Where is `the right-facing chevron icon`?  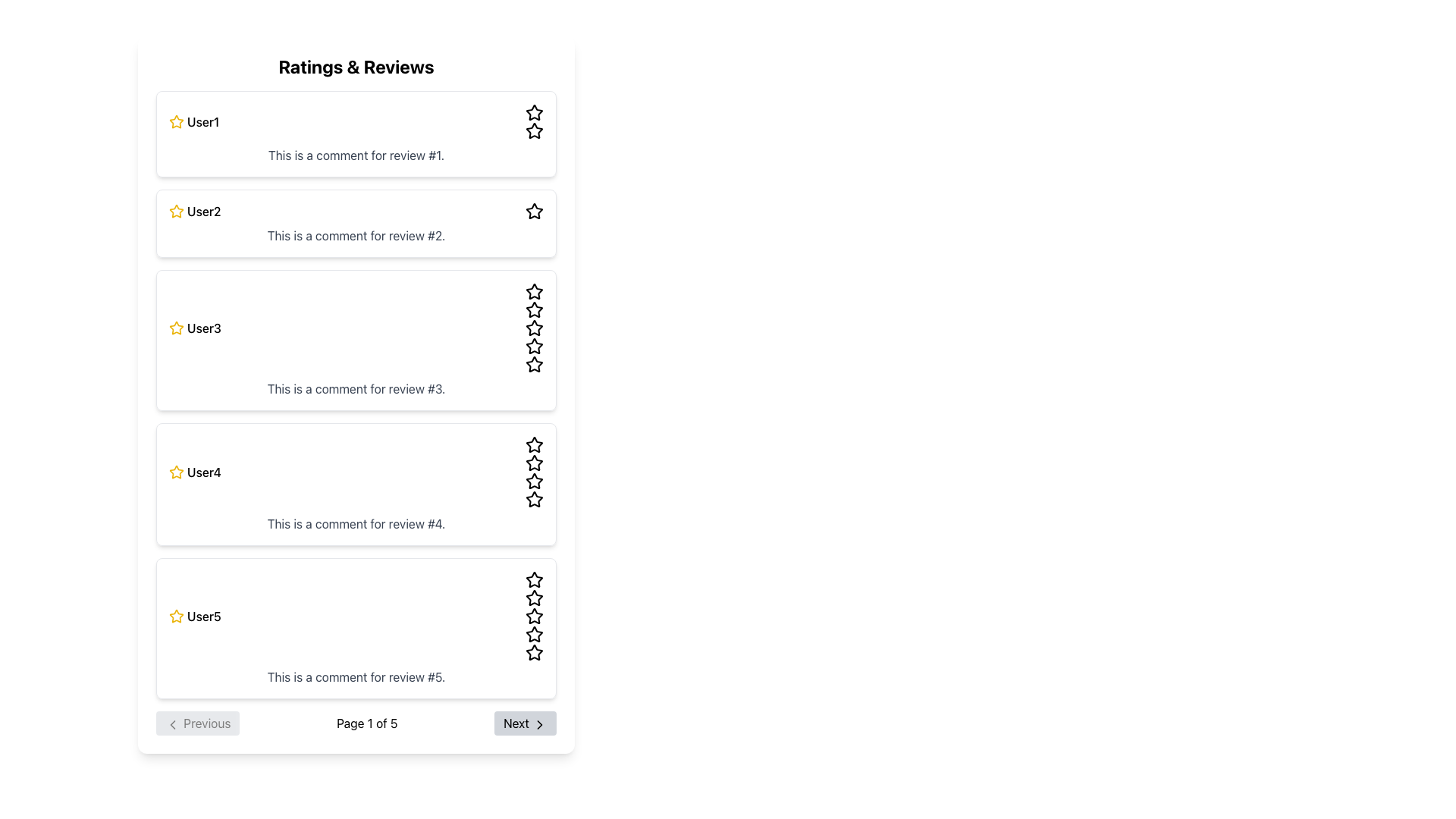 the right-facing chevron icon is located at coordinates (539, 723).